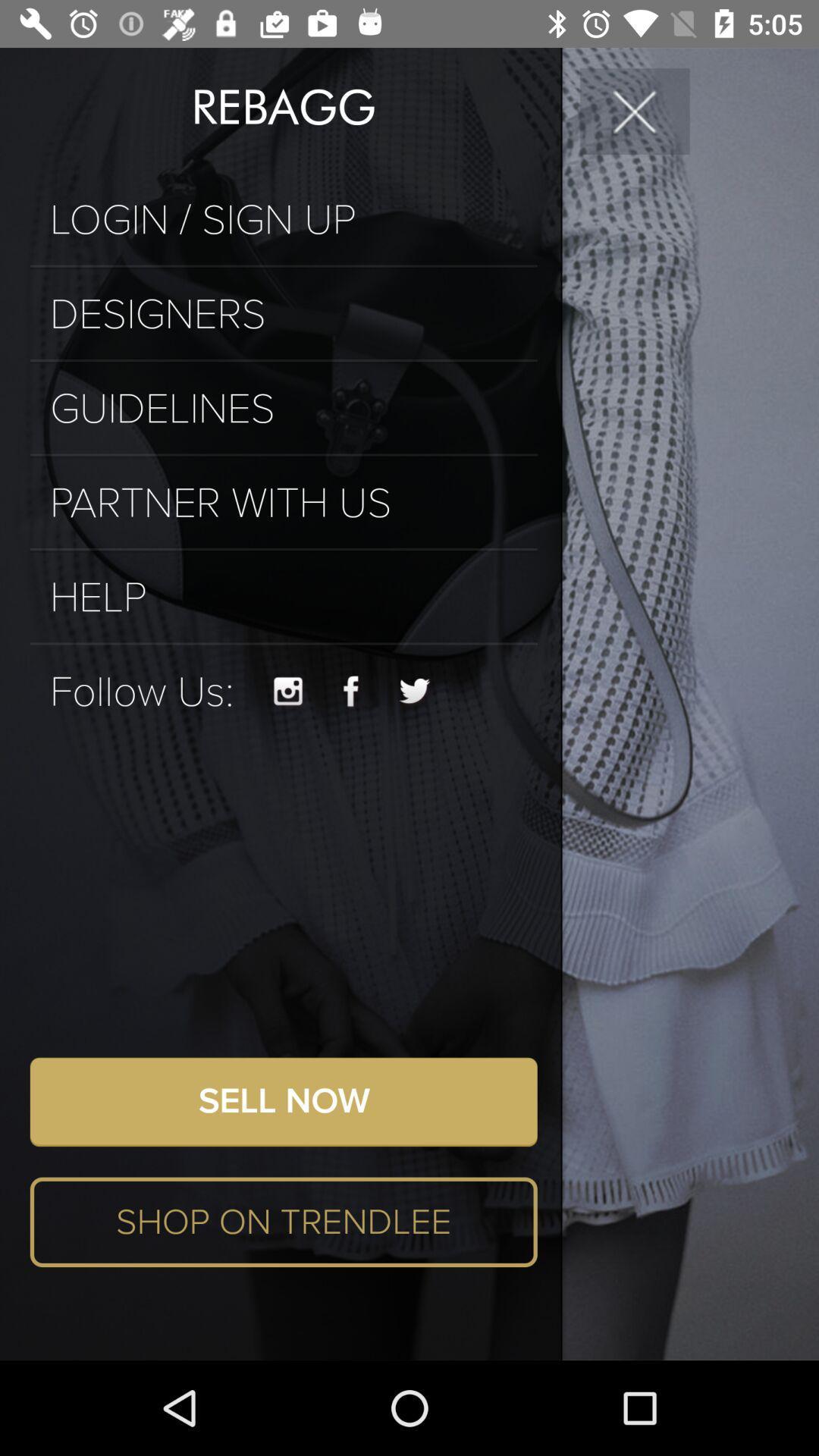 The width and height of the screenshot is (819, 1456). Describe the element at coordinates (635, 110) in the screenshot. I see `close option` at that location.